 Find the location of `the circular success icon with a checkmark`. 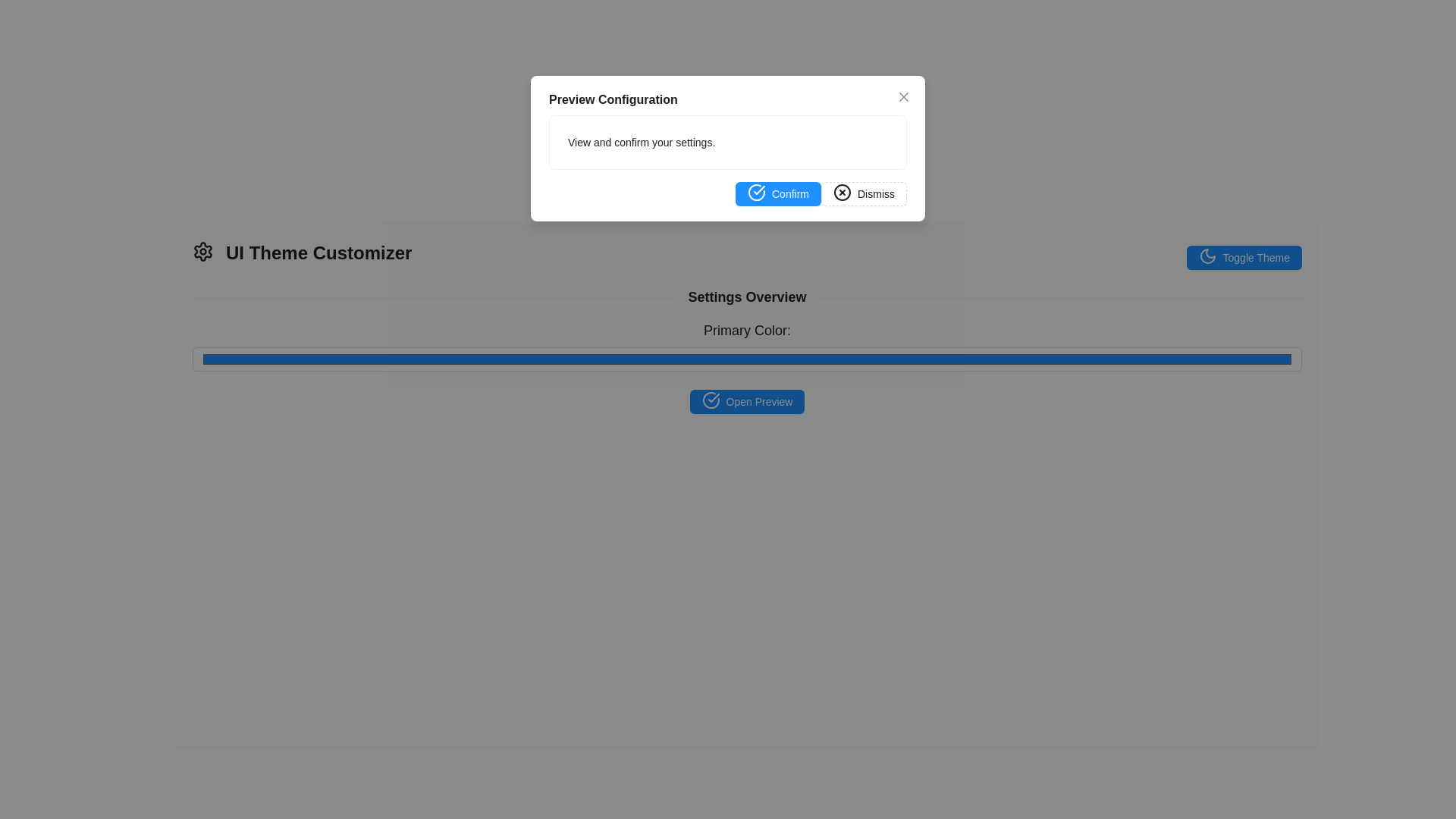

the circular success icon with a checkmark is located at coordinates (710, 399).